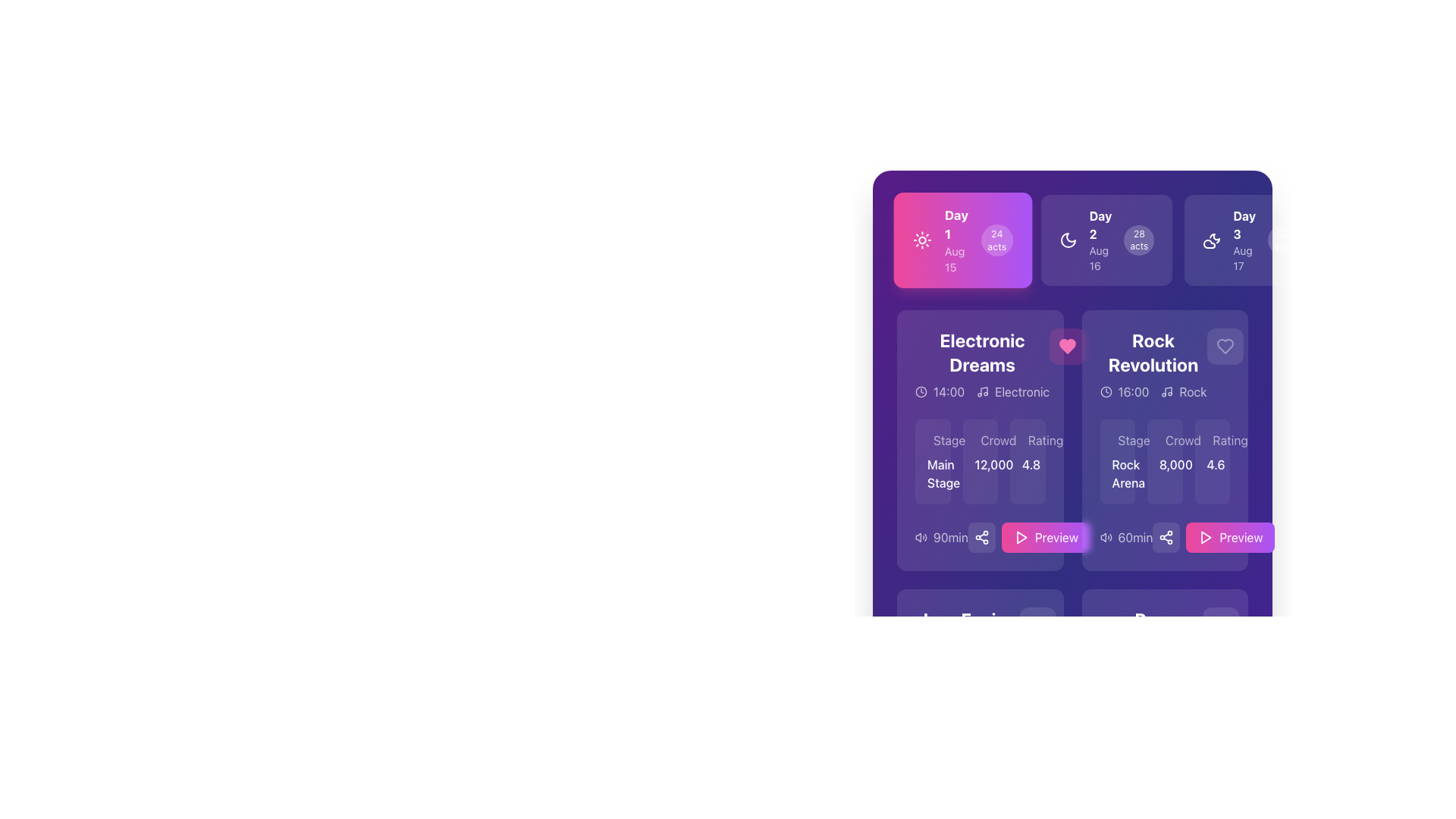  What do you see at coordinates (1192, 391) in the screenshot?
I see `the 'Rock' label, which is styled in white font against a purple background and located in the 'Rock Revolution' section, near a music note icon` at bounding box center [1192, 391].